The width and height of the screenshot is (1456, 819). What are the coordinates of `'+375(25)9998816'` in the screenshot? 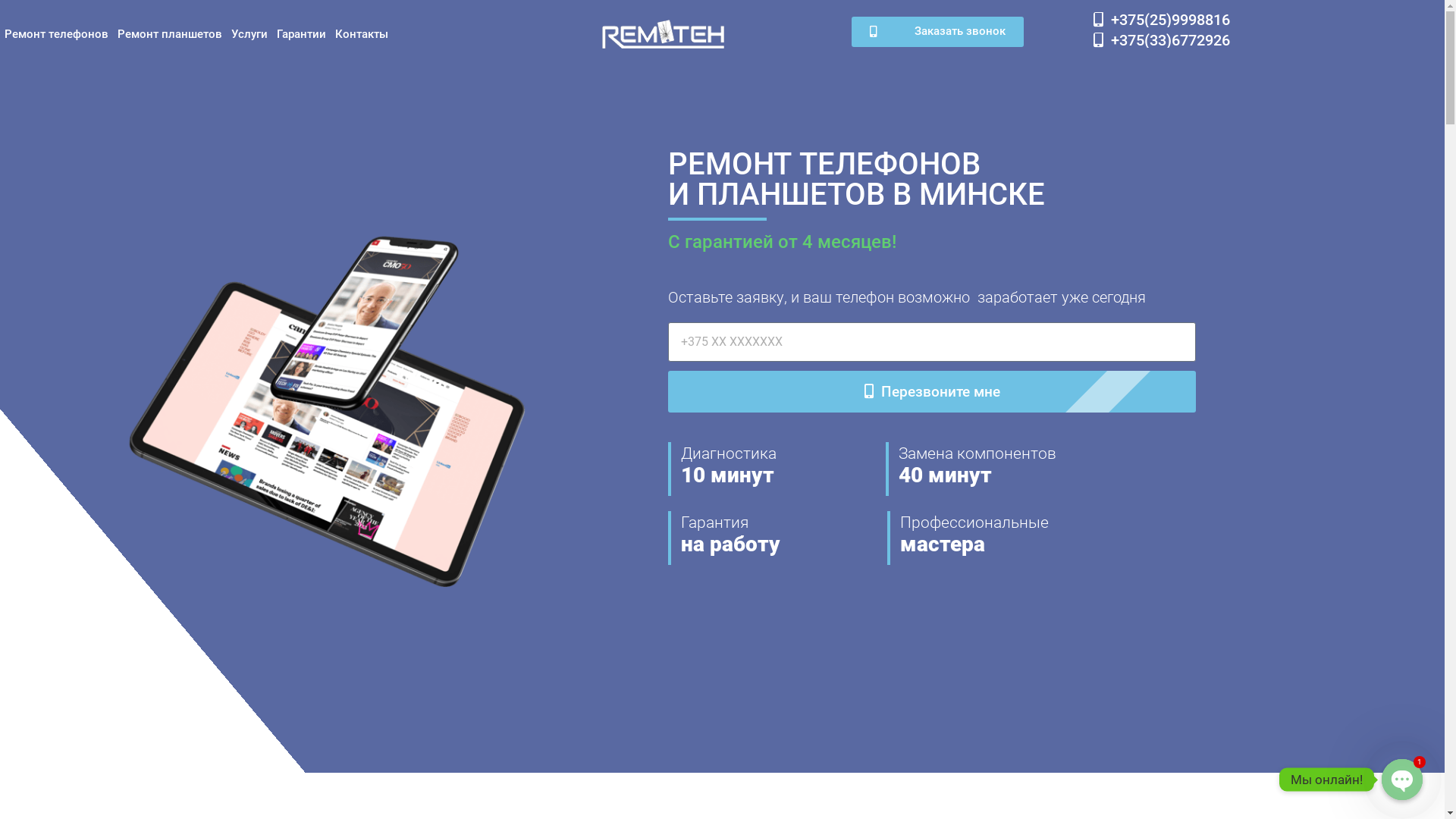 It's located at (1160, 20).